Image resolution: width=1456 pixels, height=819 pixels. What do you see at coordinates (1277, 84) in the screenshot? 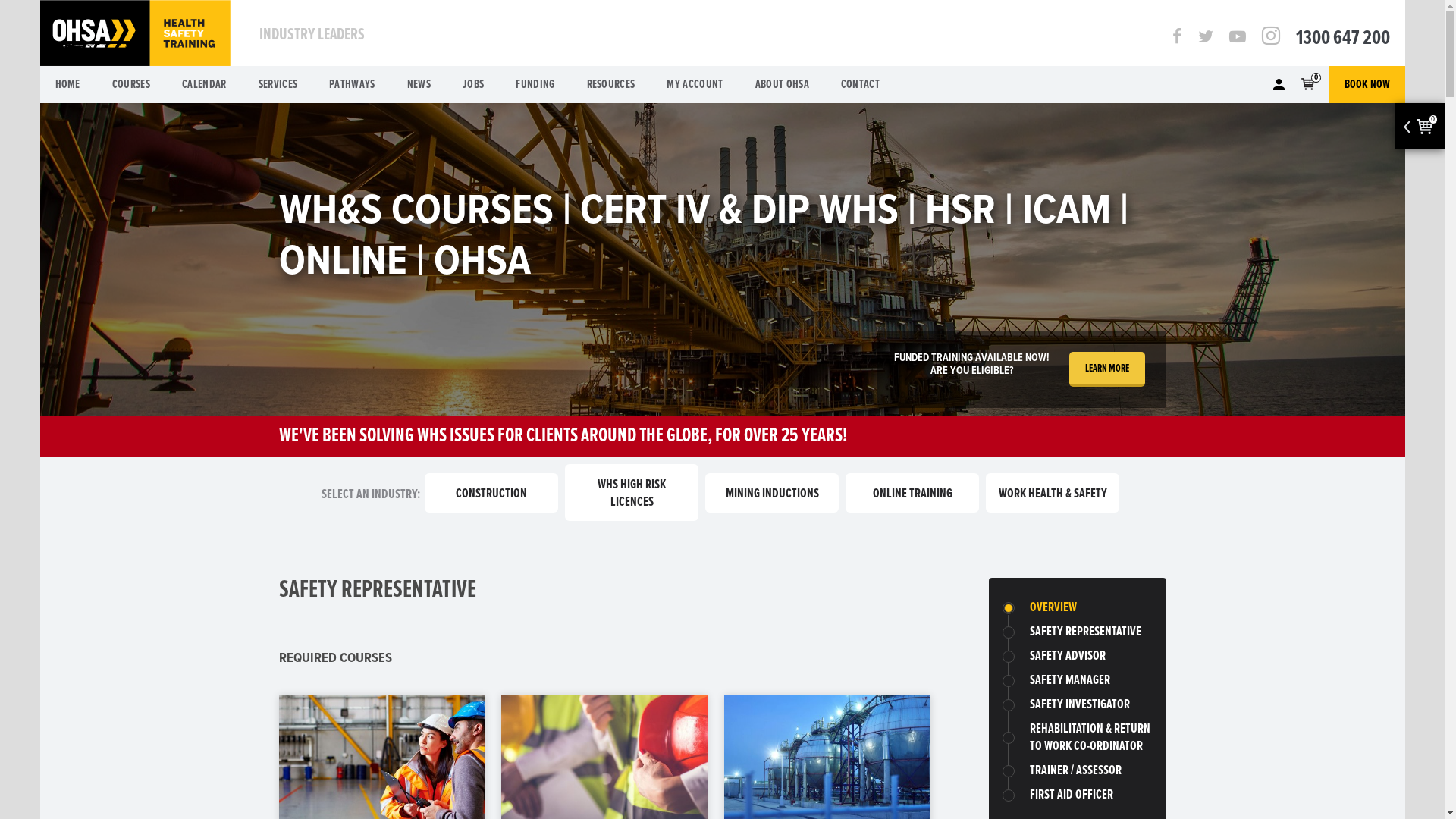
I see `'Member'` at bounding box center [1277, 84].